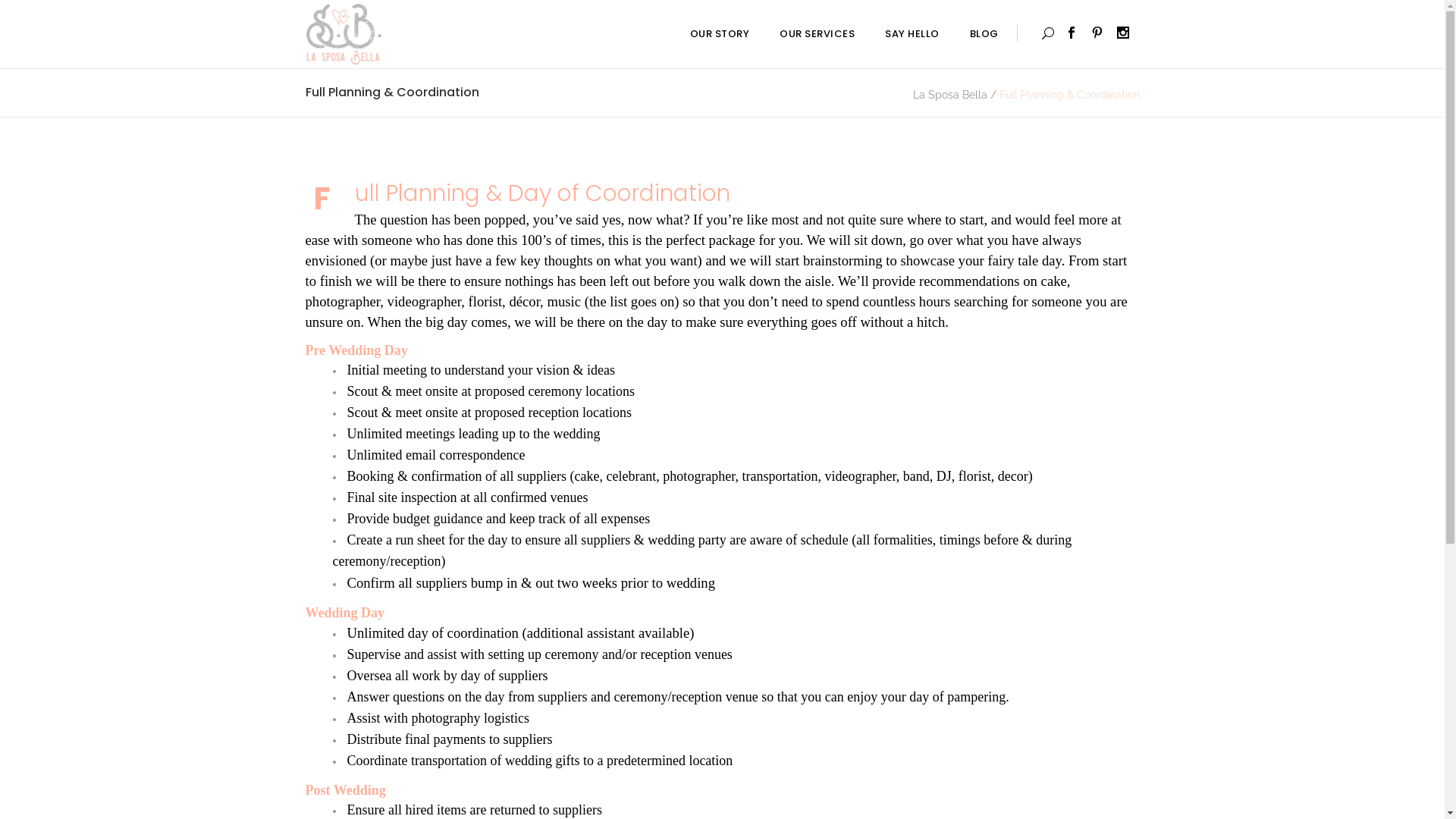 This screenshot has height=819, width=1456. I want to click on 'OUR STORY', so click(719, 34).